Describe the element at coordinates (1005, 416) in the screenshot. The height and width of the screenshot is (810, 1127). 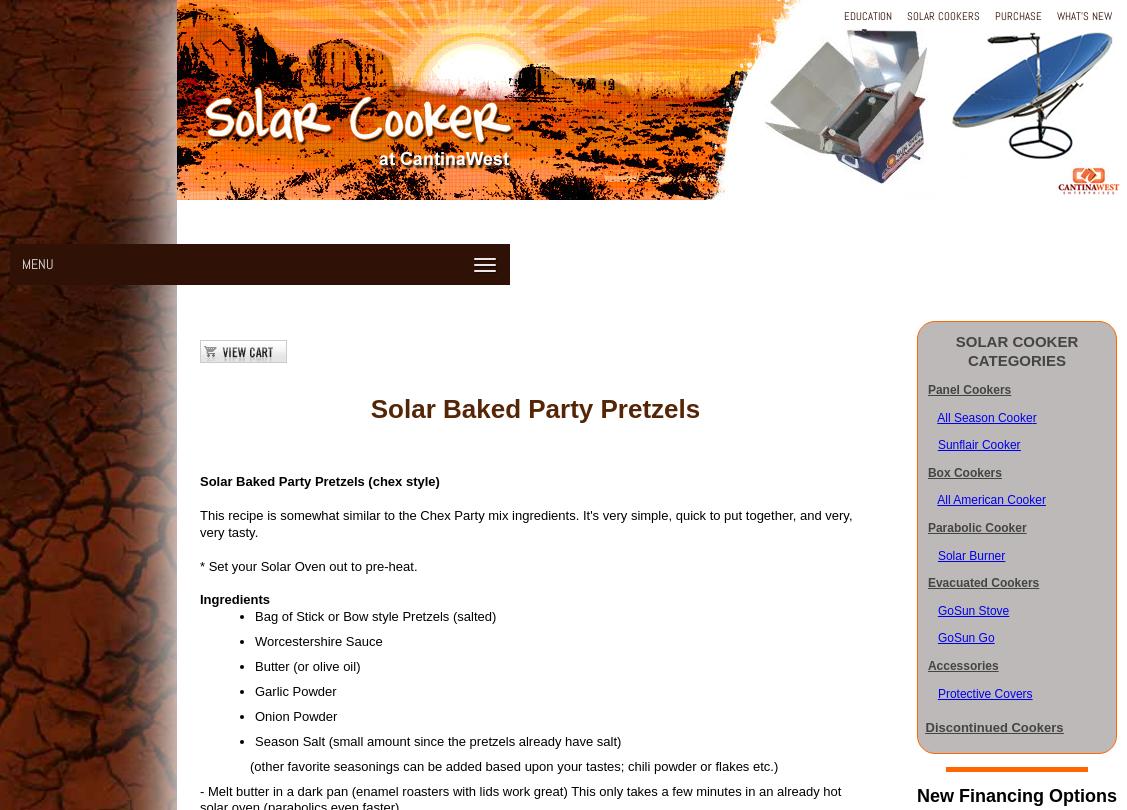
I see `'on Cooke'` at that location.